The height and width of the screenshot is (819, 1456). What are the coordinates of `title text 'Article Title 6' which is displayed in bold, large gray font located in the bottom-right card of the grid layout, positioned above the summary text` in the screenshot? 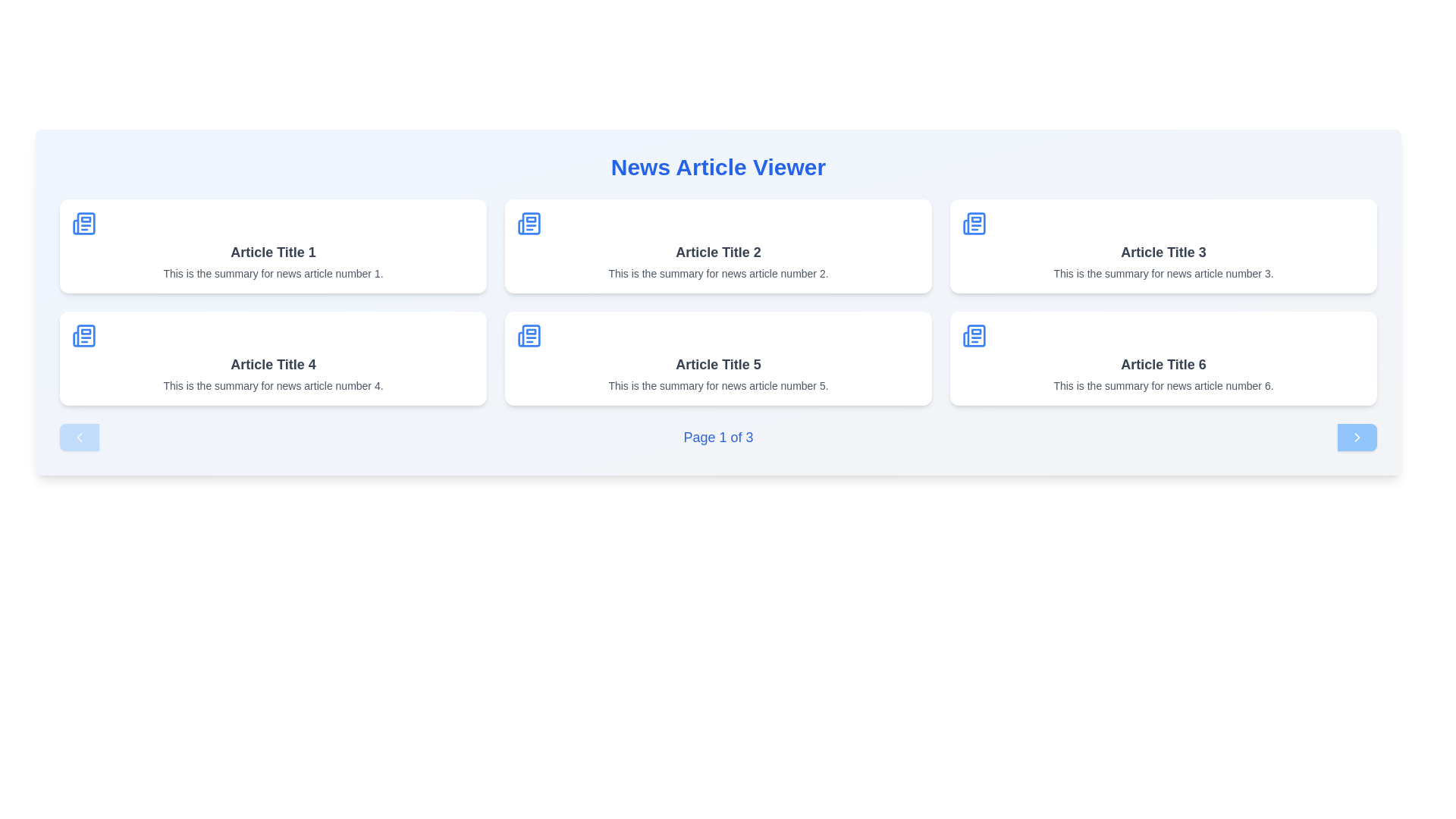 It's located at (1163, 365).